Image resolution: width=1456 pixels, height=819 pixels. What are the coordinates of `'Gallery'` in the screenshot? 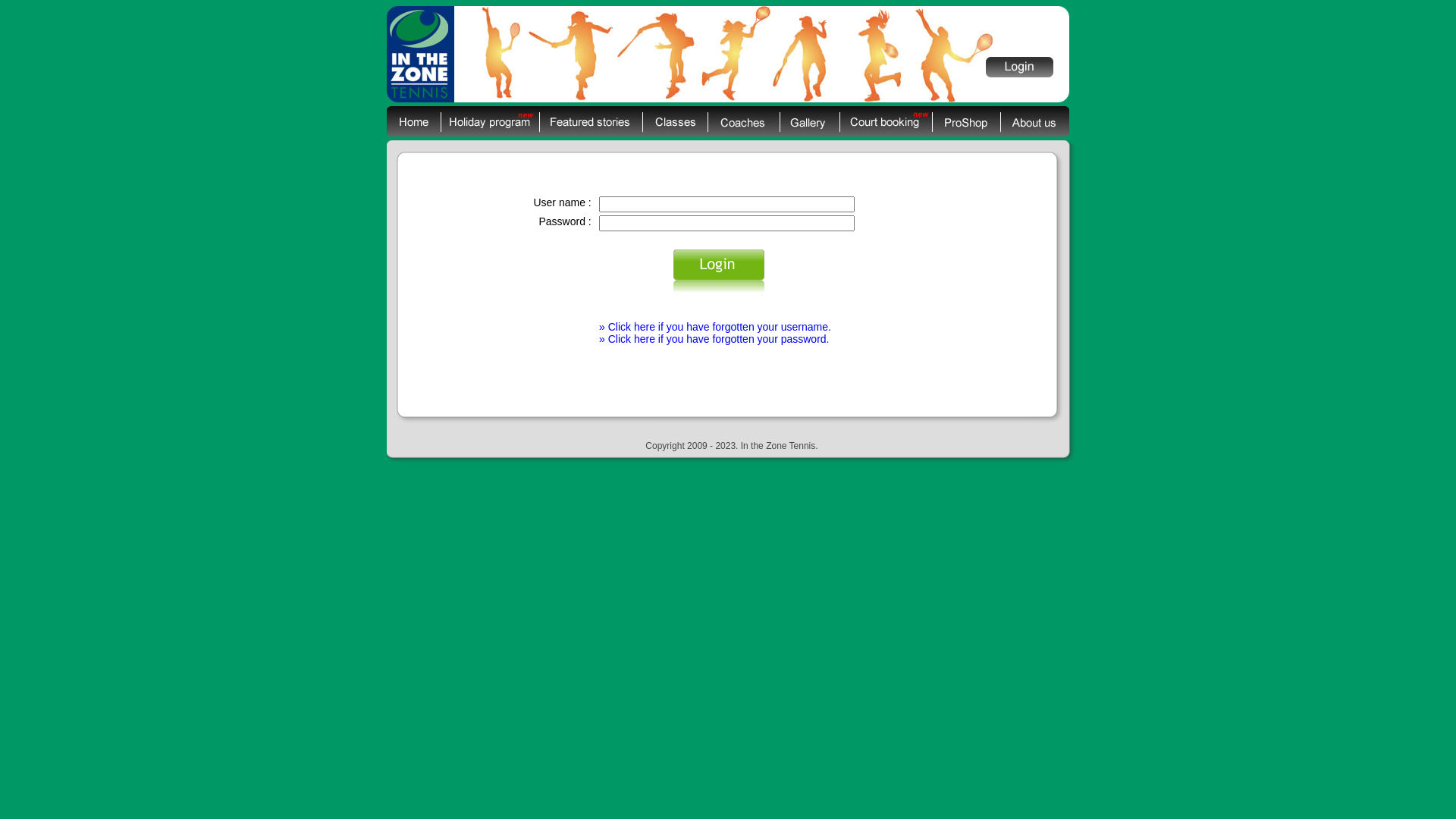 It's located at (808, 120).